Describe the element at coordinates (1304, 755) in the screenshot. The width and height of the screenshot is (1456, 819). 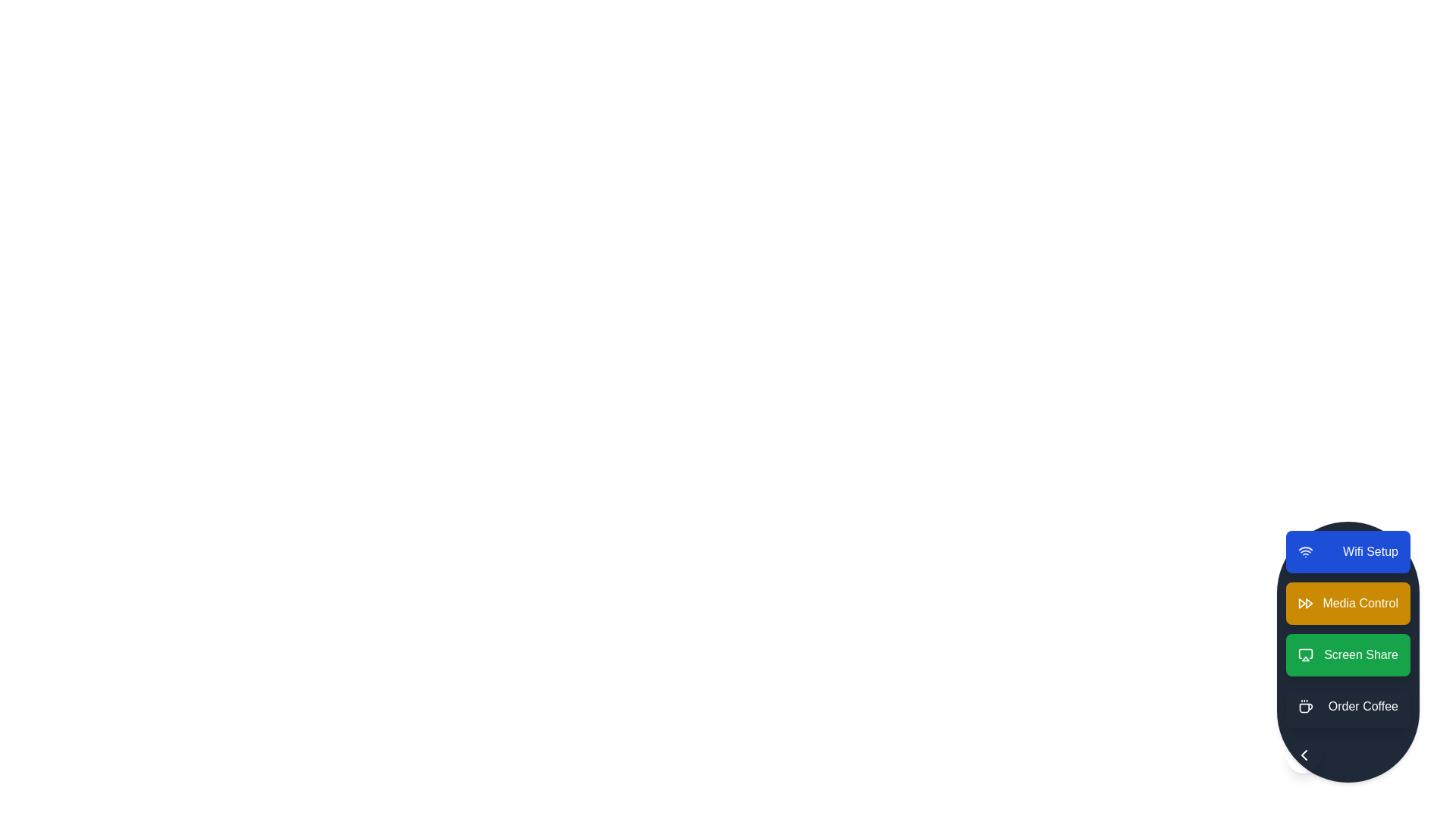
I see `toggle button to toggle the menu open or closed` at that location.